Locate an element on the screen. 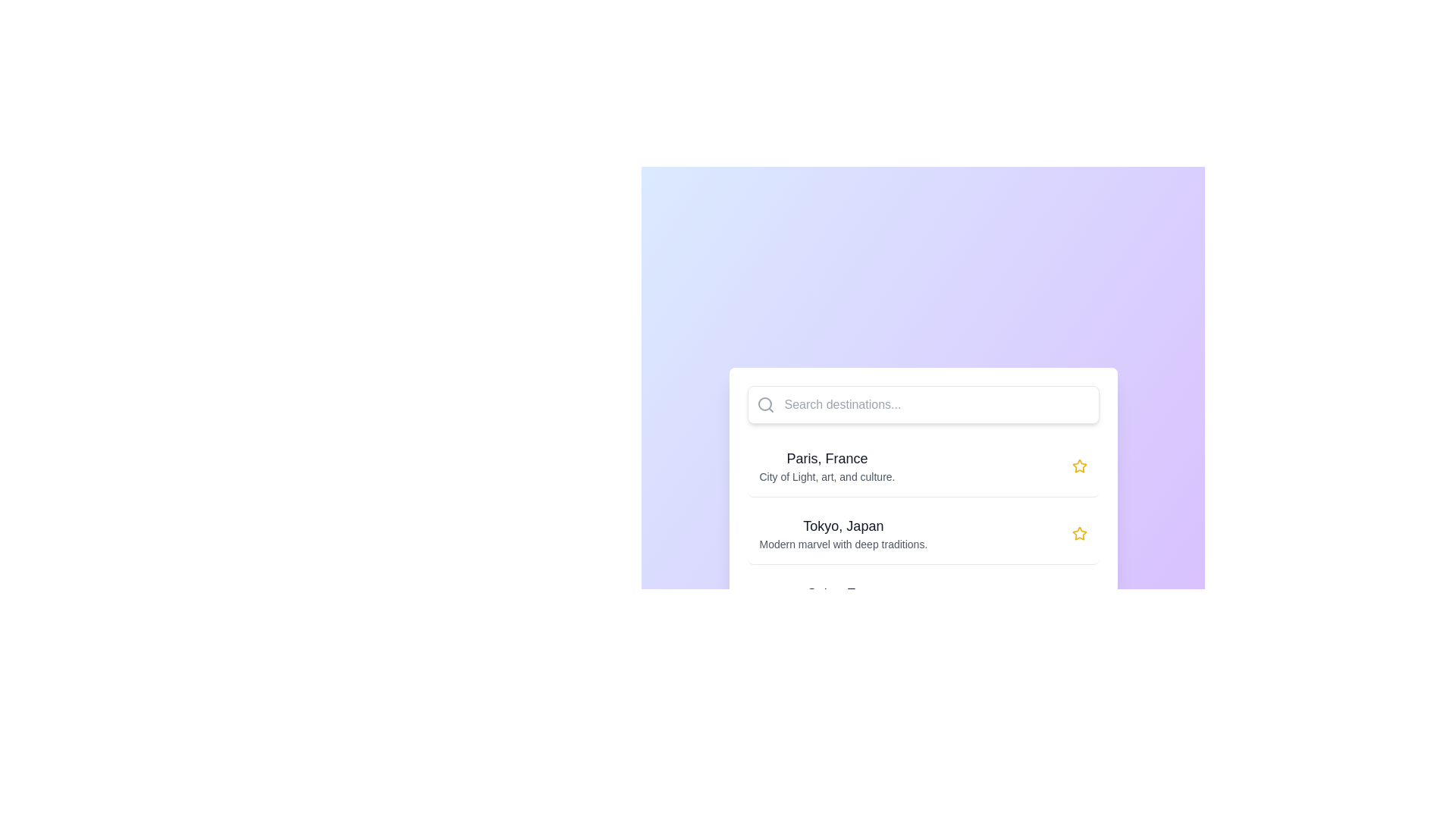 The image size is (1456, 819). the text label displaying 'Tokyo, Japan' is located at coordinates (843, 525).